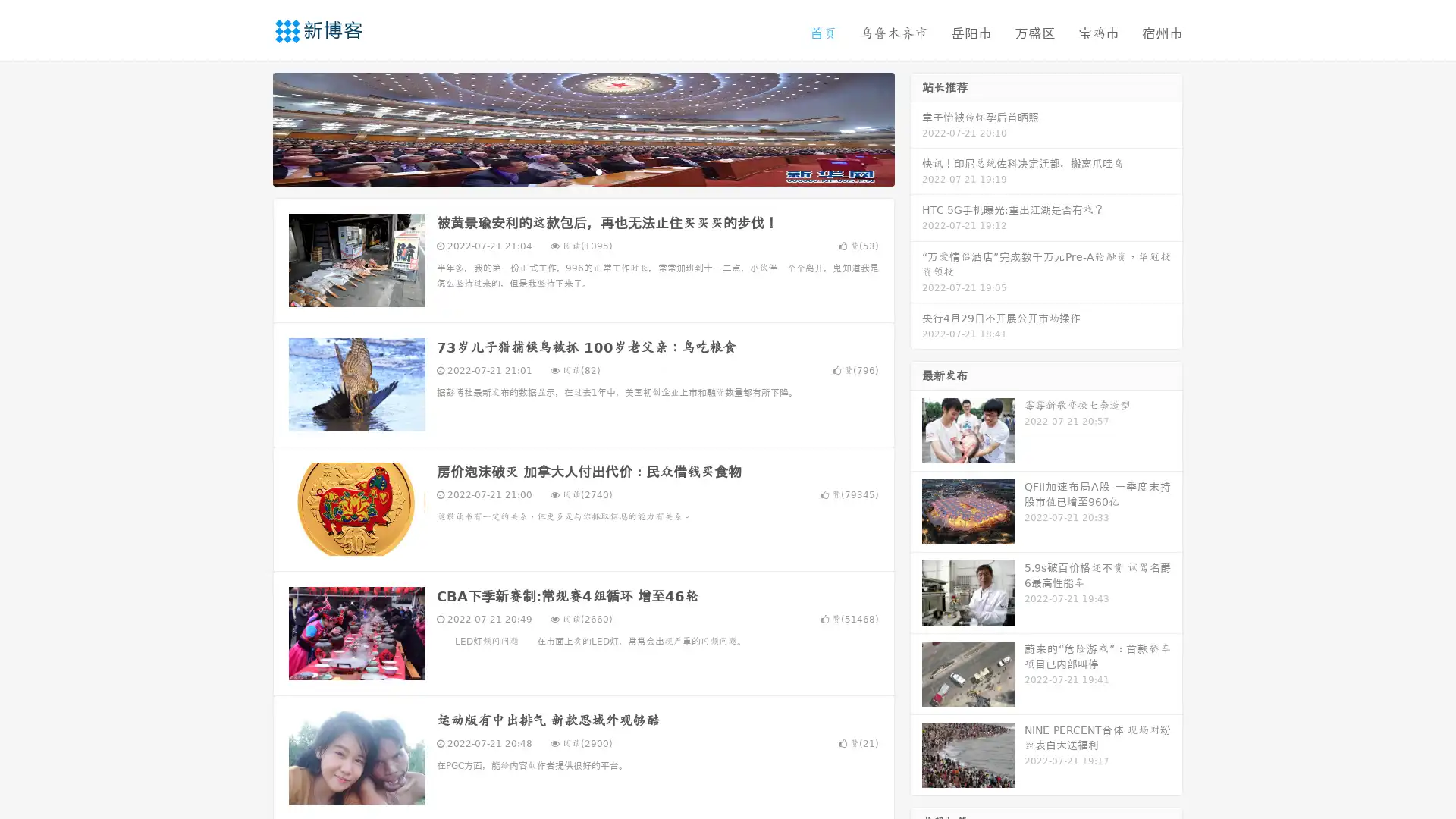 The height and width of the screenshot is (819, 1456). I want to click on Go to slide 2, so click(582, 171).